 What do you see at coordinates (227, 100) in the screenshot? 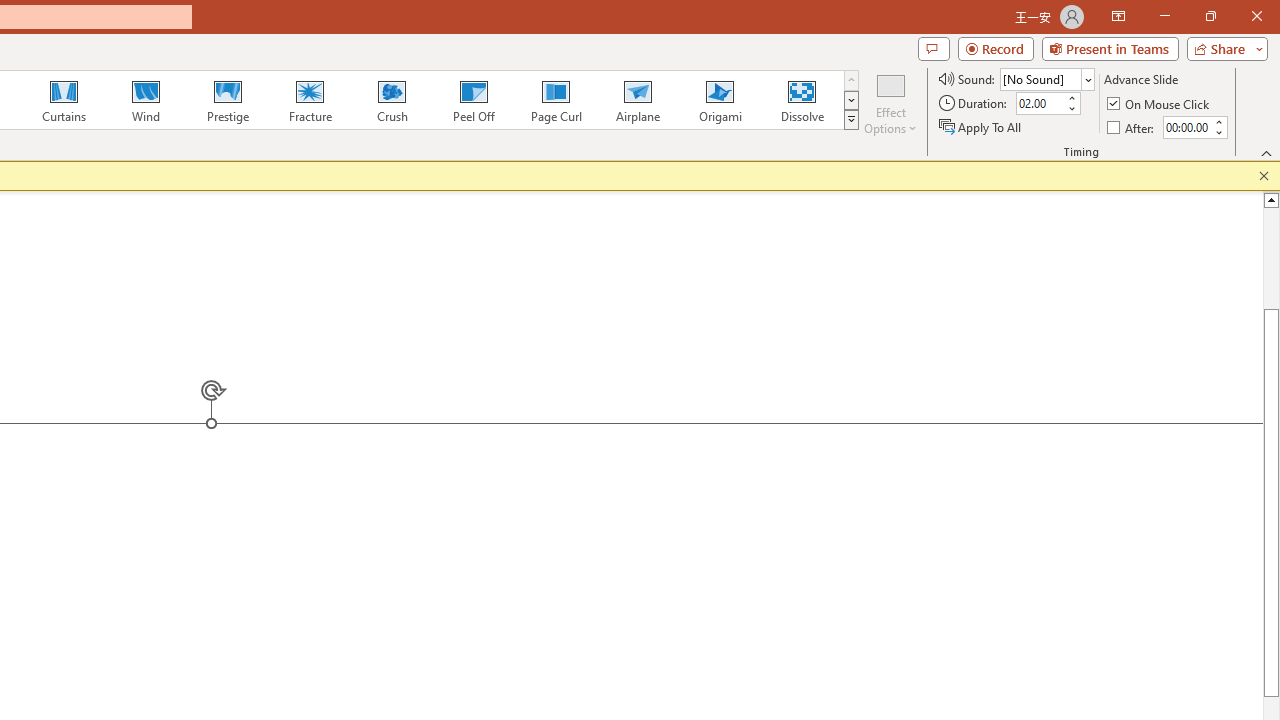
I see `'Prestige'` at bounding box center [227, 100].